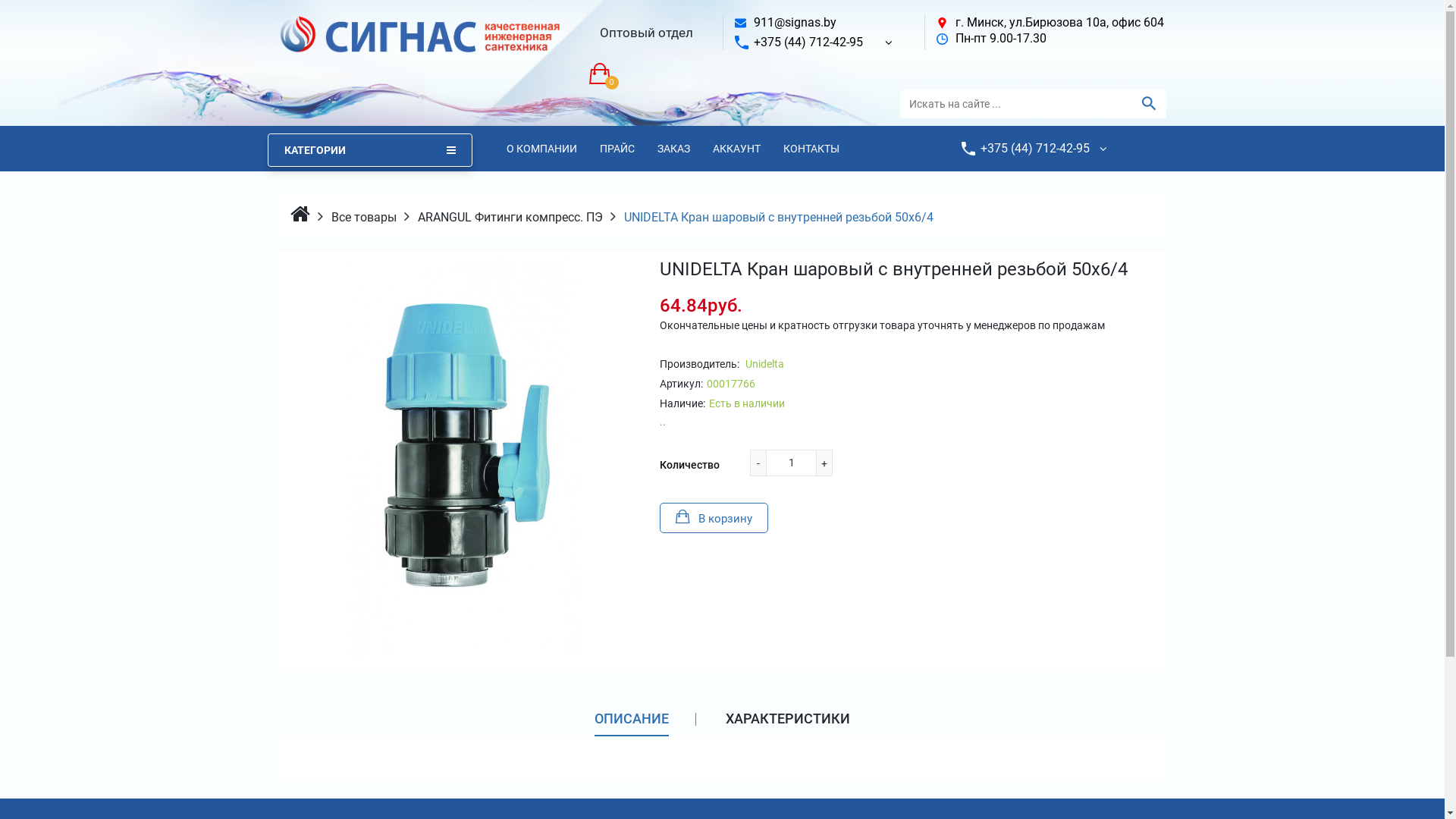 This screenshot has width=1456, height=819. What do you see at coordinates (588, 73) in the screenshot?
I see `'0'` at bounding box center [588, 73].